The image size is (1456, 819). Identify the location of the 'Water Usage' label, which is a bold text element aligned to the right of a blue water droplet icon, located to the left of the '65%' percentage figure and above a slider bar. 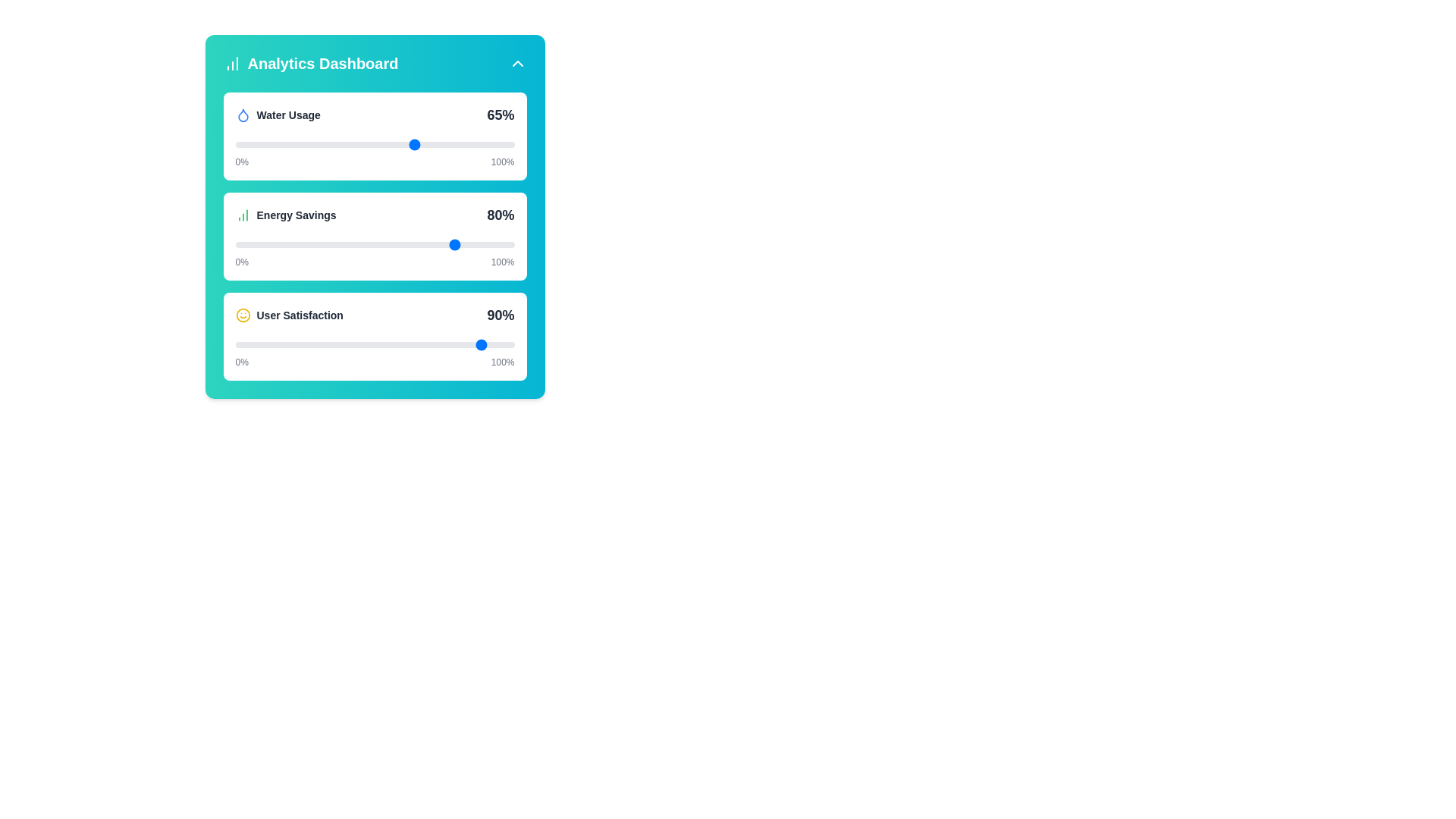
(278, 114).